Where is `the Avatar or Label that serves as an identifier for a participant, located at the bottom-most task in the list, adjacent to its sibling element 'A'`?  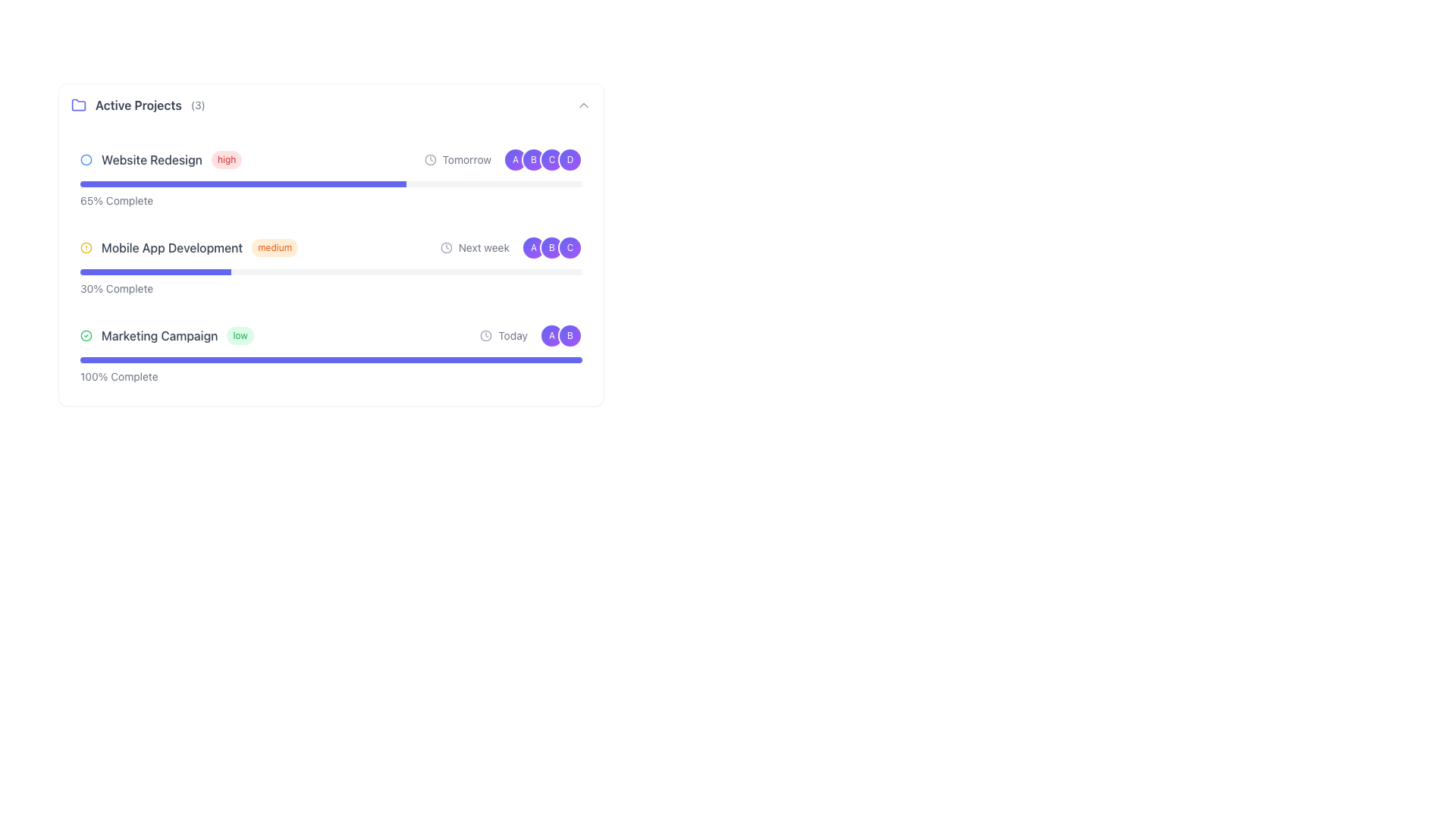
the Avatar or Label that serves as an identifier for a participant, located at the bottom-most task in the list, adjacent to its sibling element 'A' is located at coordinates (570, 335).